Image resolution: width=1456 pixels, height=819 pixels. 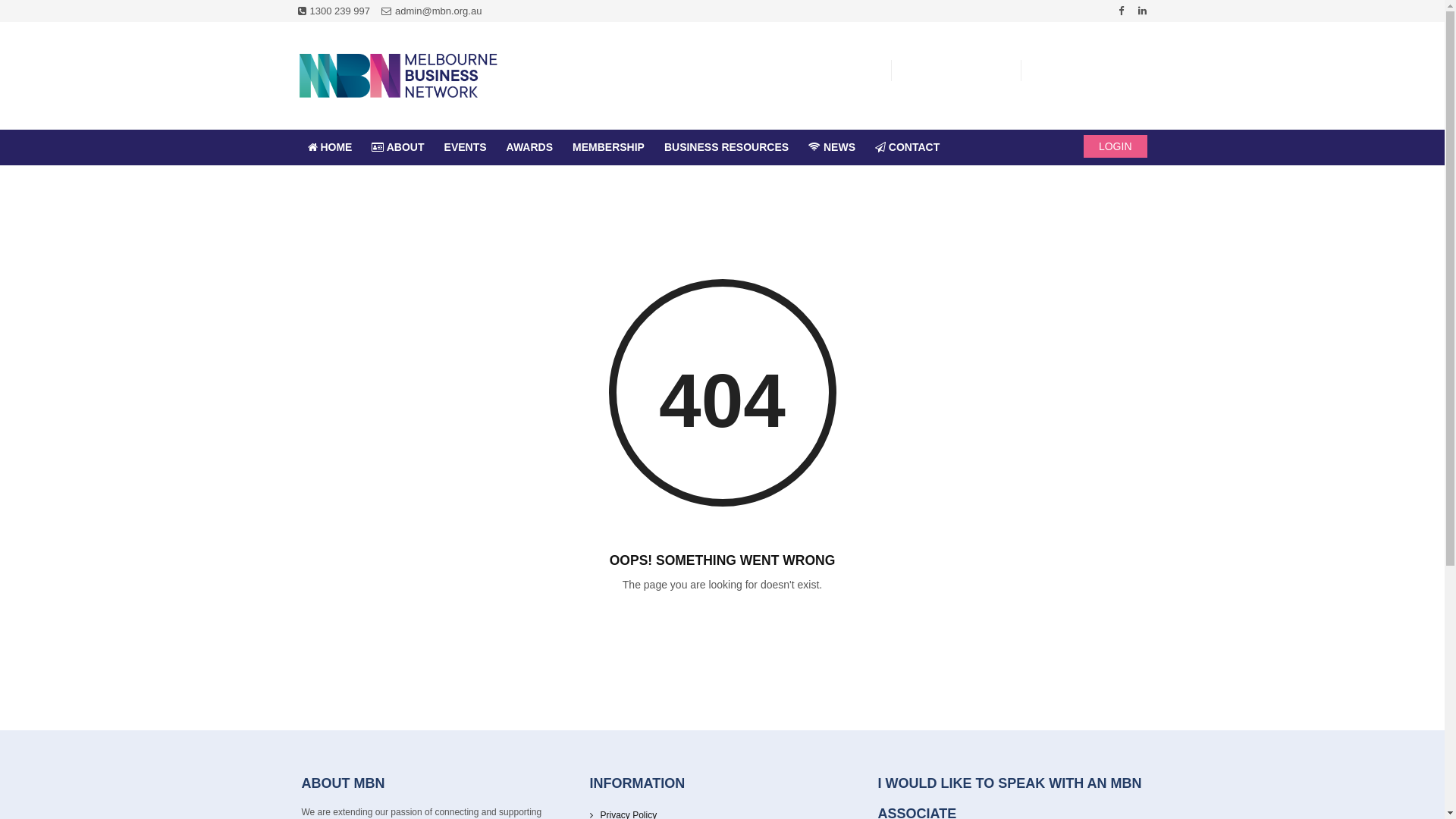 What do you see at coordinates (529, 147) in the screenshot?
I see `'AWARDS'` at bounding box center [529, 147].